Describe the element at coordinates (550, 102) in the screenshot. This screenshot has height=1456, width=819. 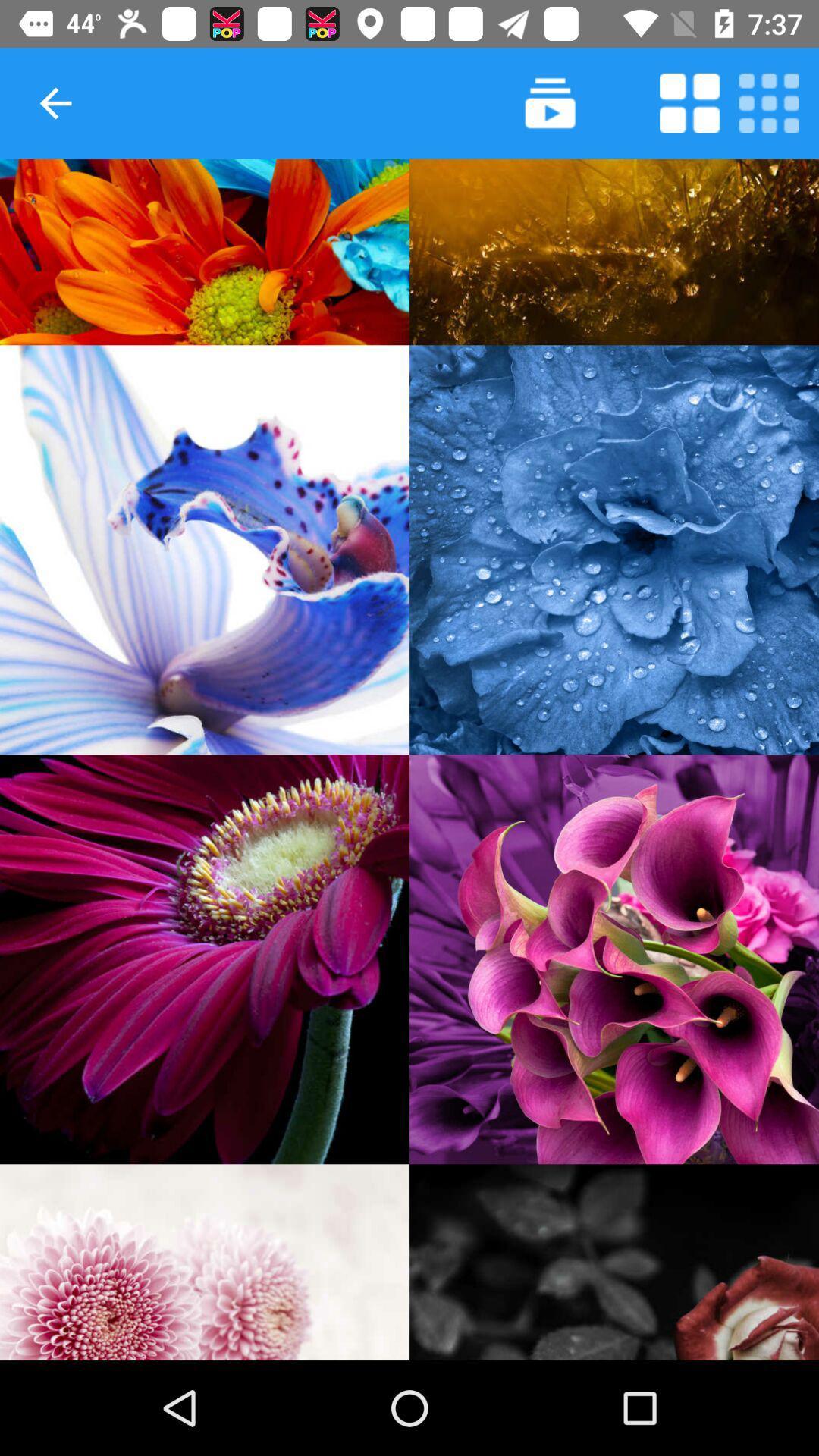
I see `next pictures` at that location.